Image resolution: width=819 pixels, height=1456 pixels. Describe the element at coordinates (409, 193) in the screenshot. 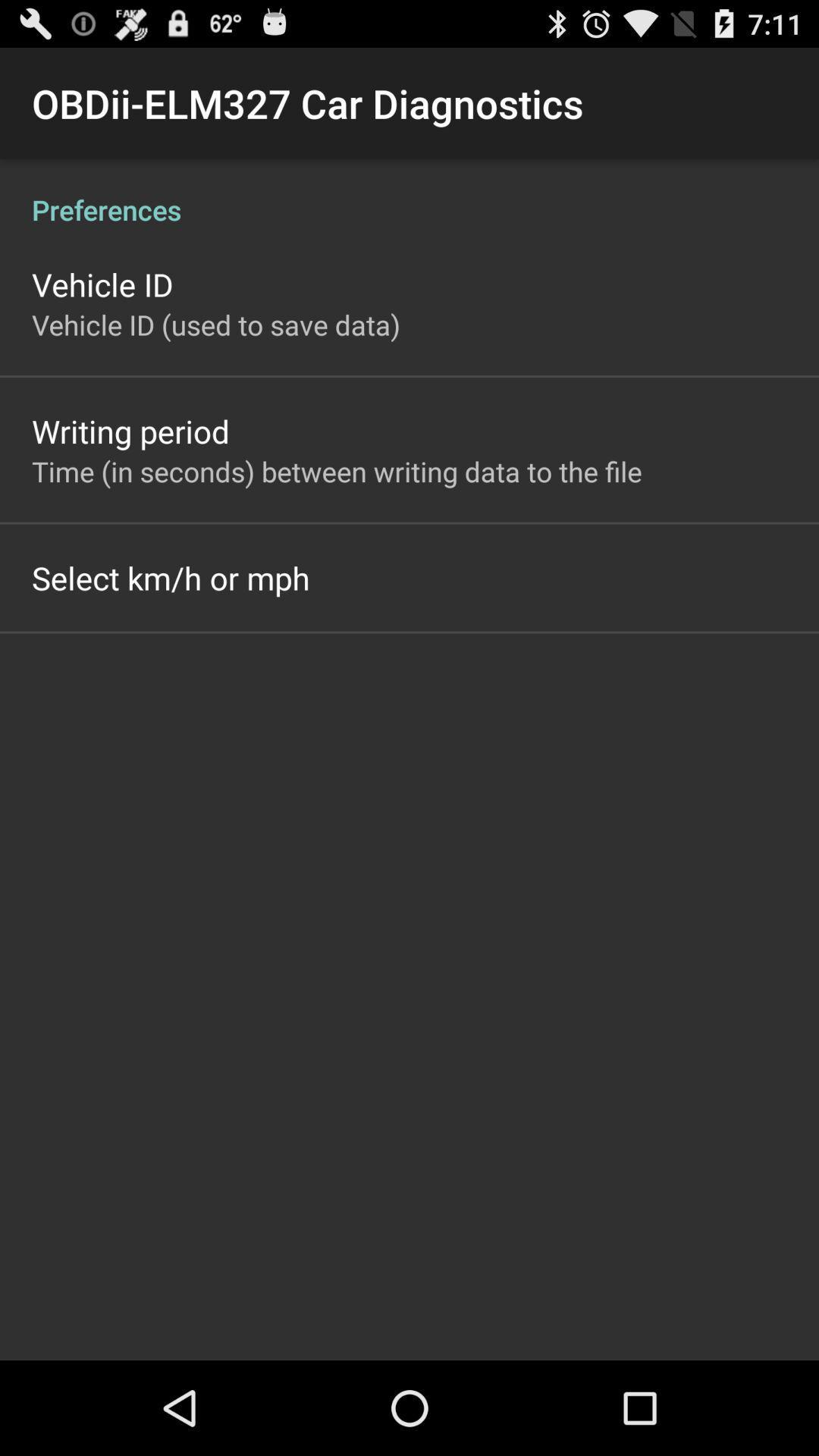

I see `the preferences icon` at that location.